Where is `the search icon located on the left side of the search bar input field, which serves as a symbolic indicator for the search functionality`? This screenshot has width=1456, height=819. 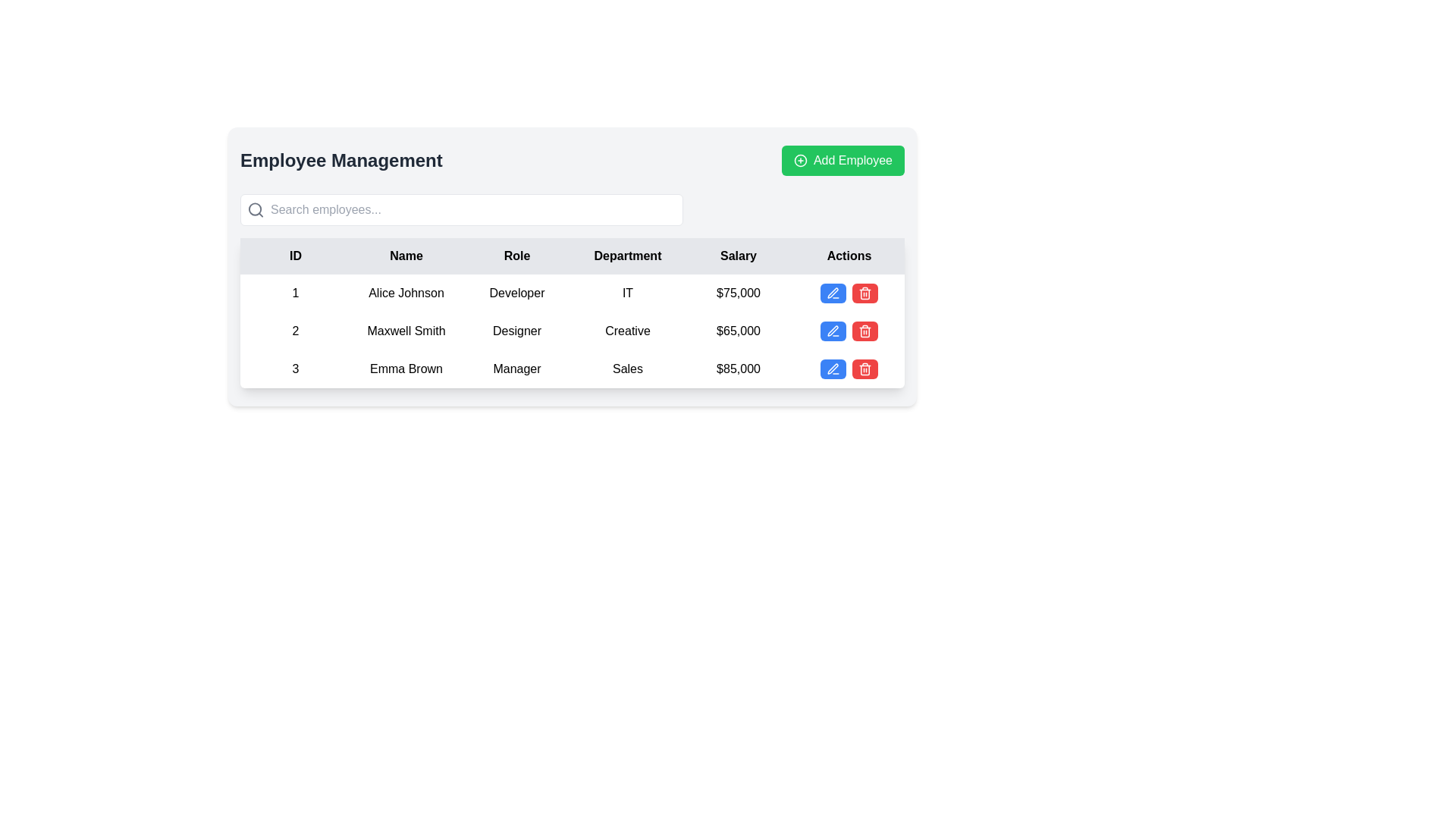 the search icon located on the left side of the search bar input field, which serves as a symbolic indicator for the search functionality is located at coordinates (256, 210).